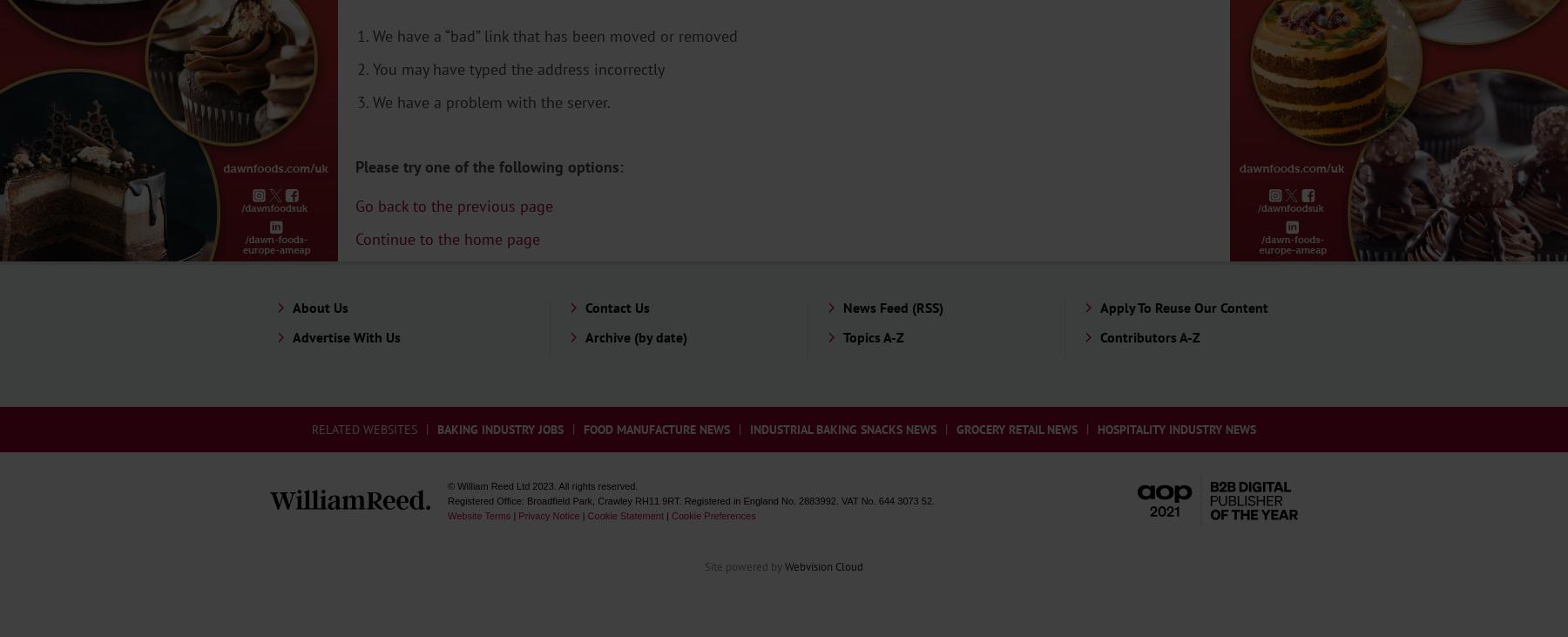  Describe the element at coordinates (364, 428) in the screenshot. I see `'Related Websites'` at that location.